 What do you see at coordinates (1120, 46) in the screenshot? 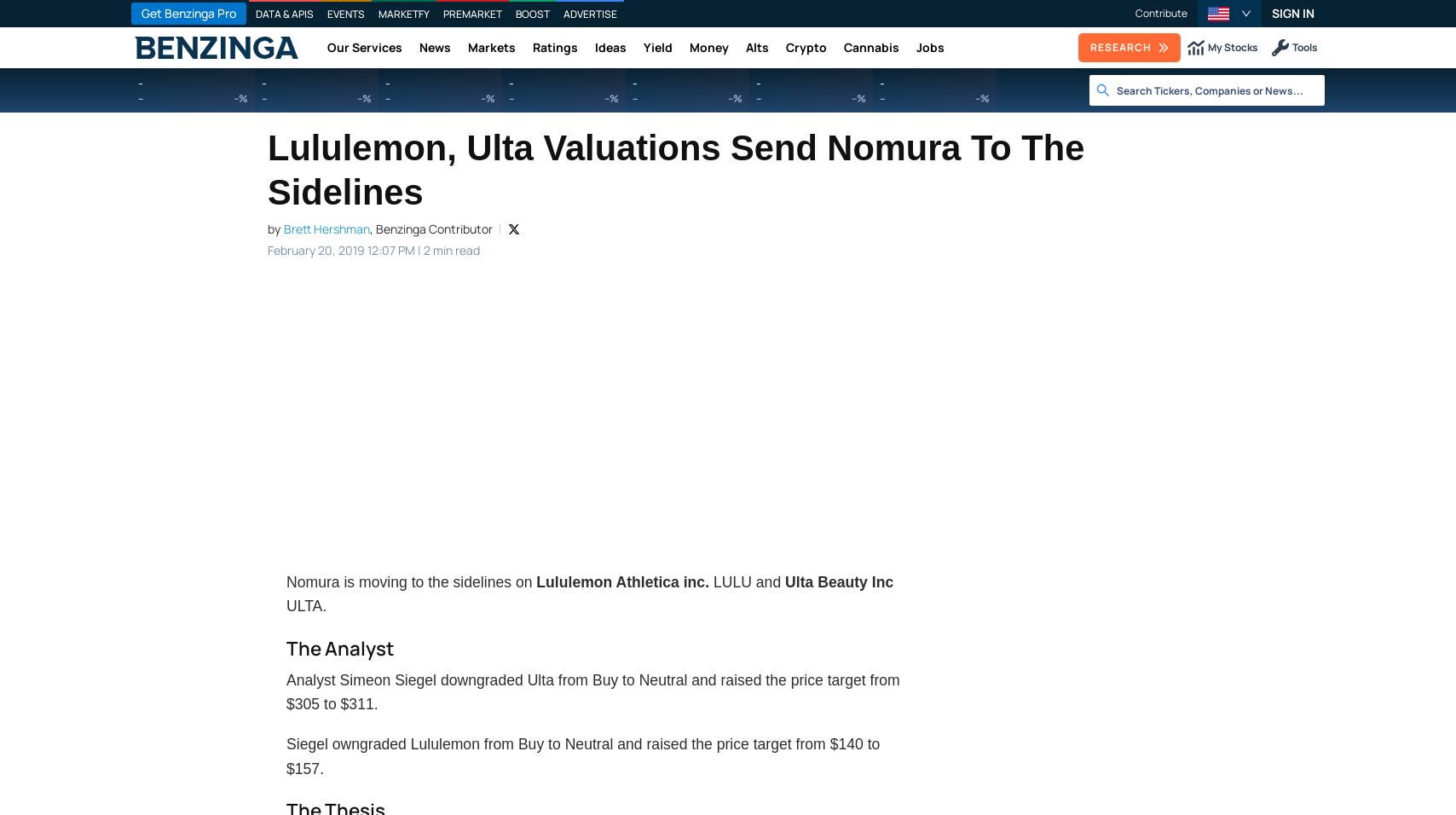
I see `'Research'` at bounding box center [1120, 46].